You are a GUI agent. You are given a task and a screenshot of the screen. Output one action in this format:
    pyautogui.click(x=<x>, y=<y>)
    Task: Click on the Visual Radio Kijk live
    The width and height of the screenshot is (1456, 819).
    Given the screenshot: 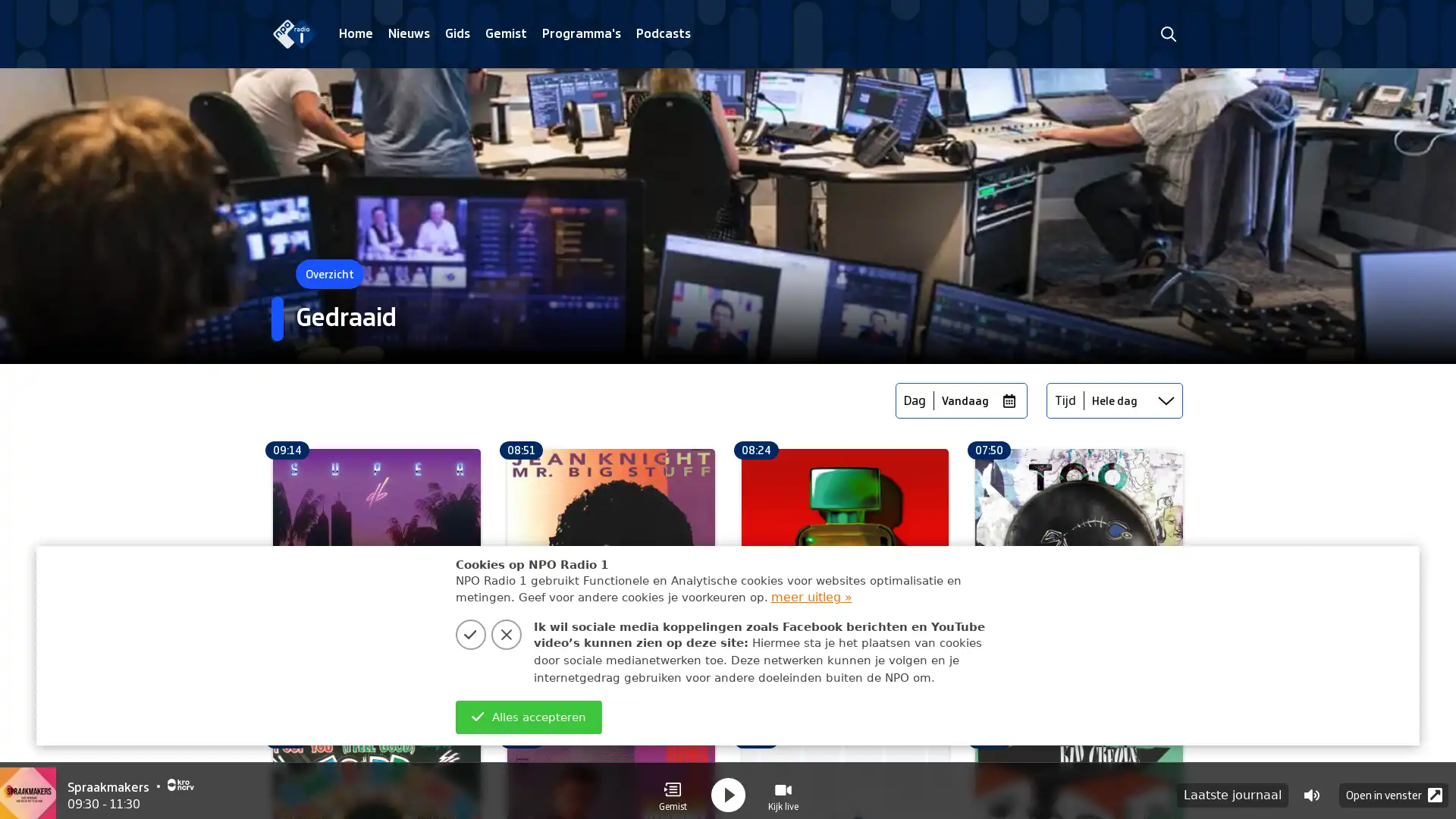 What is the action you would take?
    pyautogui.click(x=783, y=786)
    